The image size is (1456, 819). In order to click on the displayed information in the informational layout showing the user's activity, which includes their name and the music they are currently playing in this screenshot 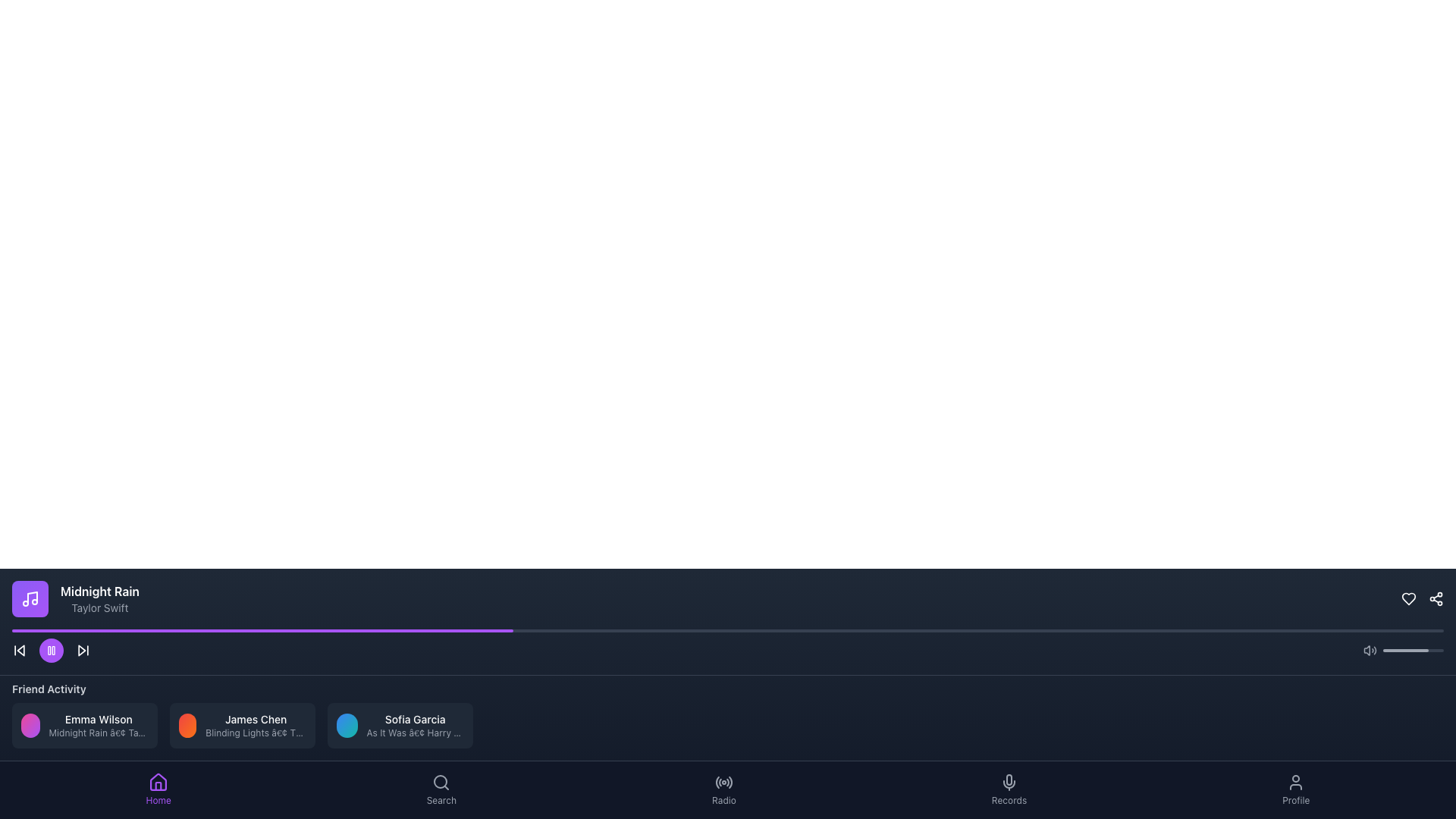, I will do `click(400, 724)`.